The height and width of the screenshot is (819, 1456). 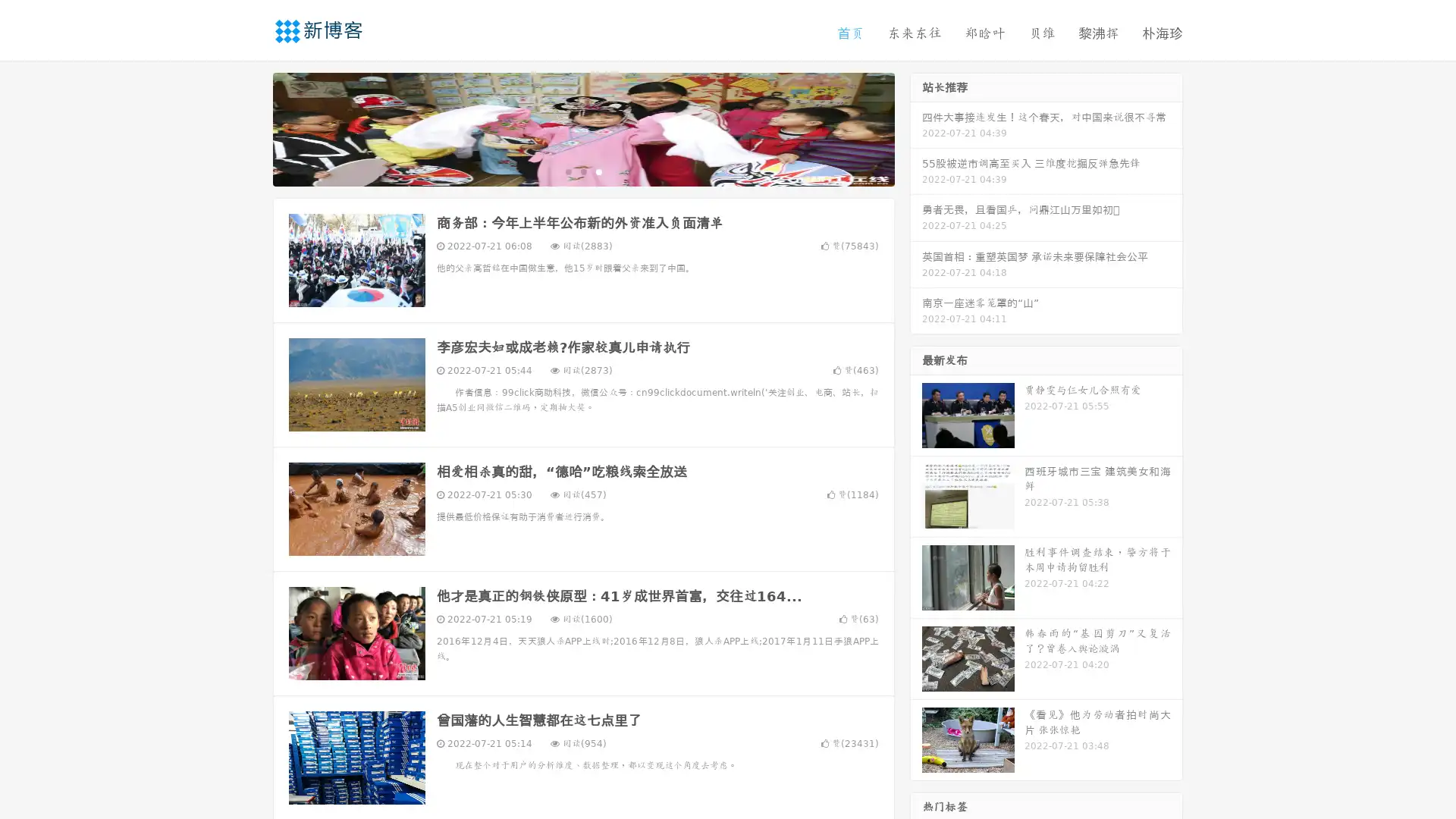 I want to click on Go to slide 1, so click(x=567, y=171).